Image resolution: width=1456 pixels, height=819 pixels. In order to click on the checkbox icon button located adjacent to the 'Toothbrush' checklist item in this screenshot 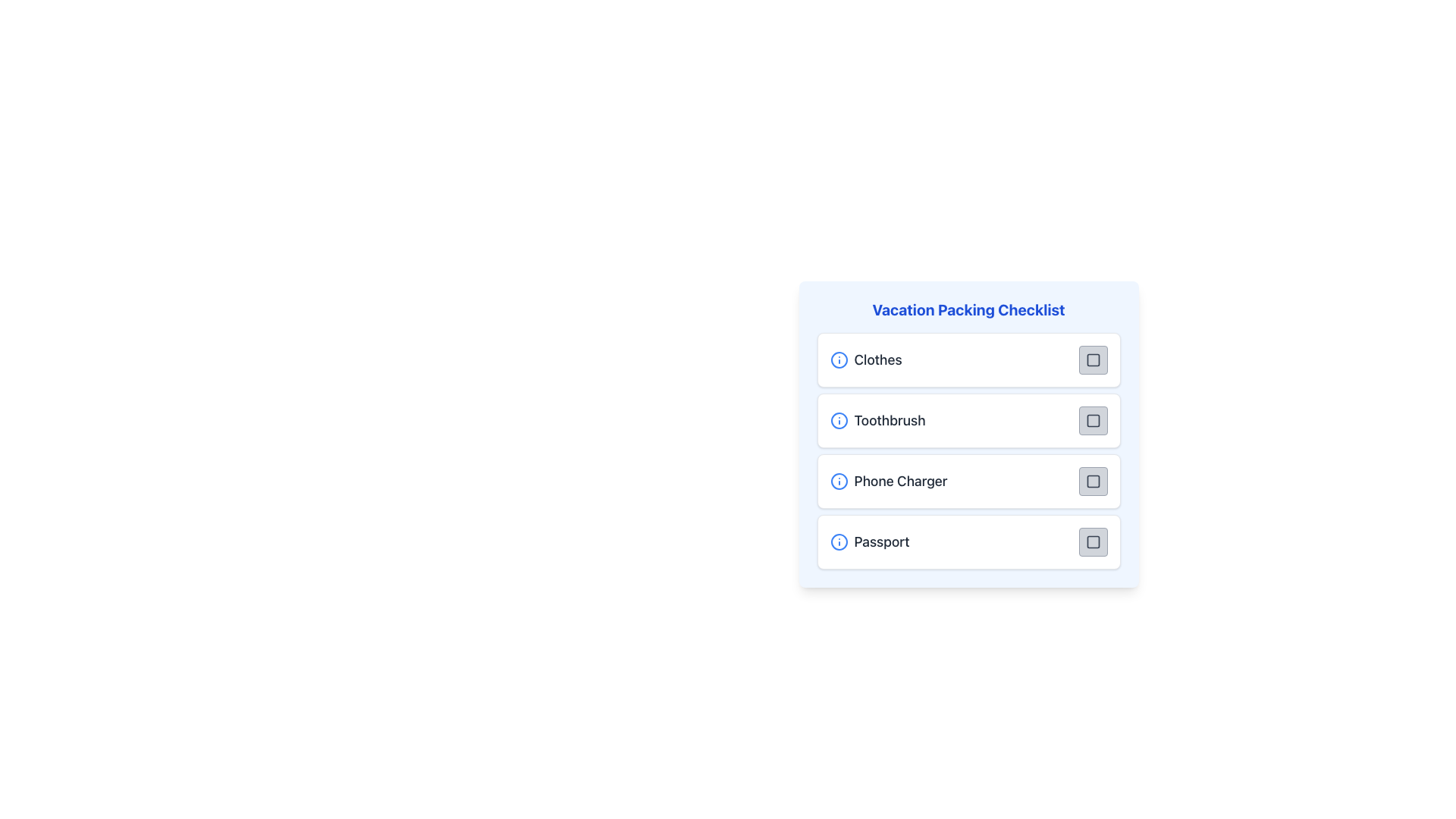, I will do `click(1093, 421)`.